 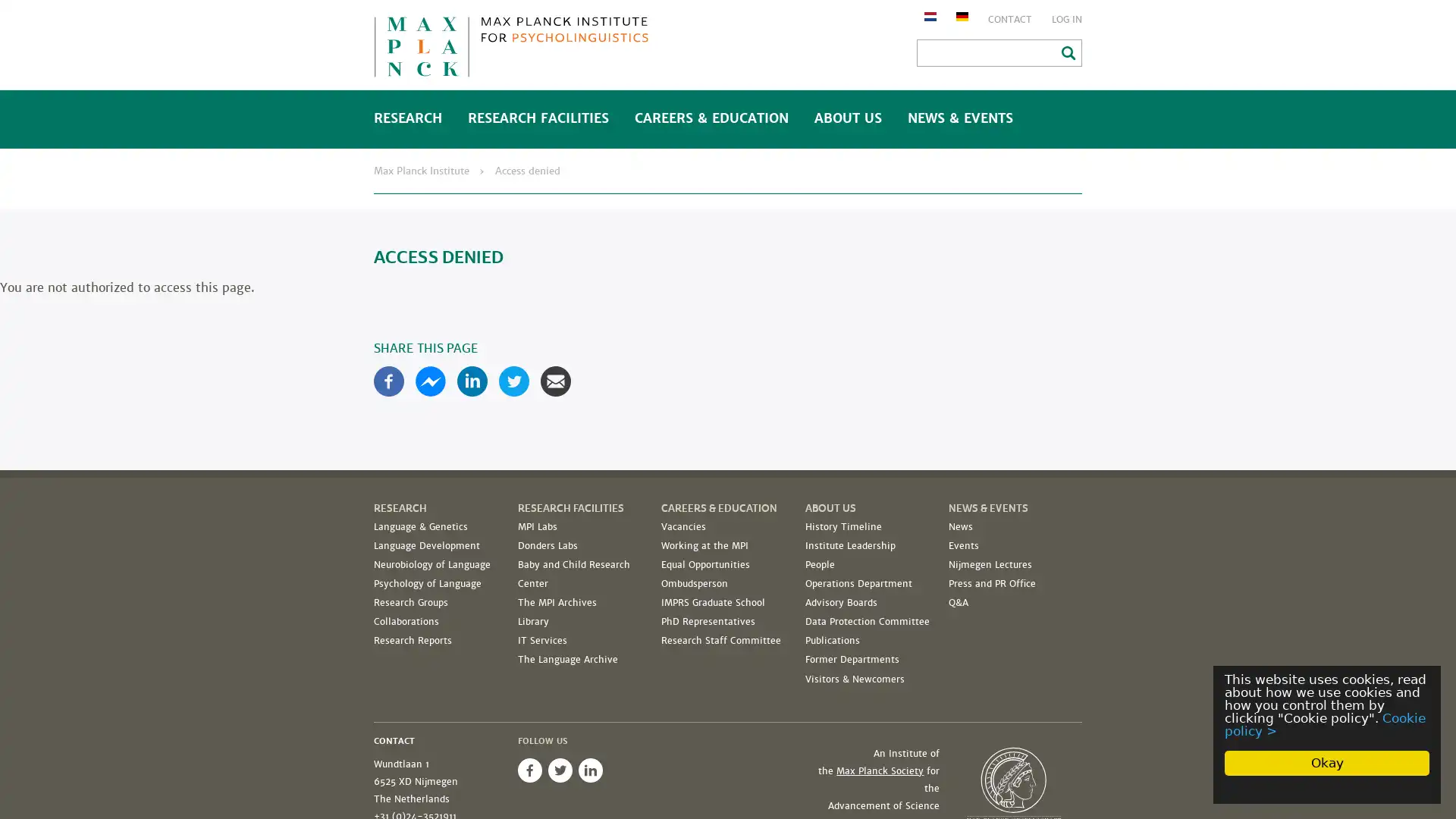 What do you see at coordinates (1065, 52) in the screenshot?
I see `Search` at bounding box center [1065, 52].